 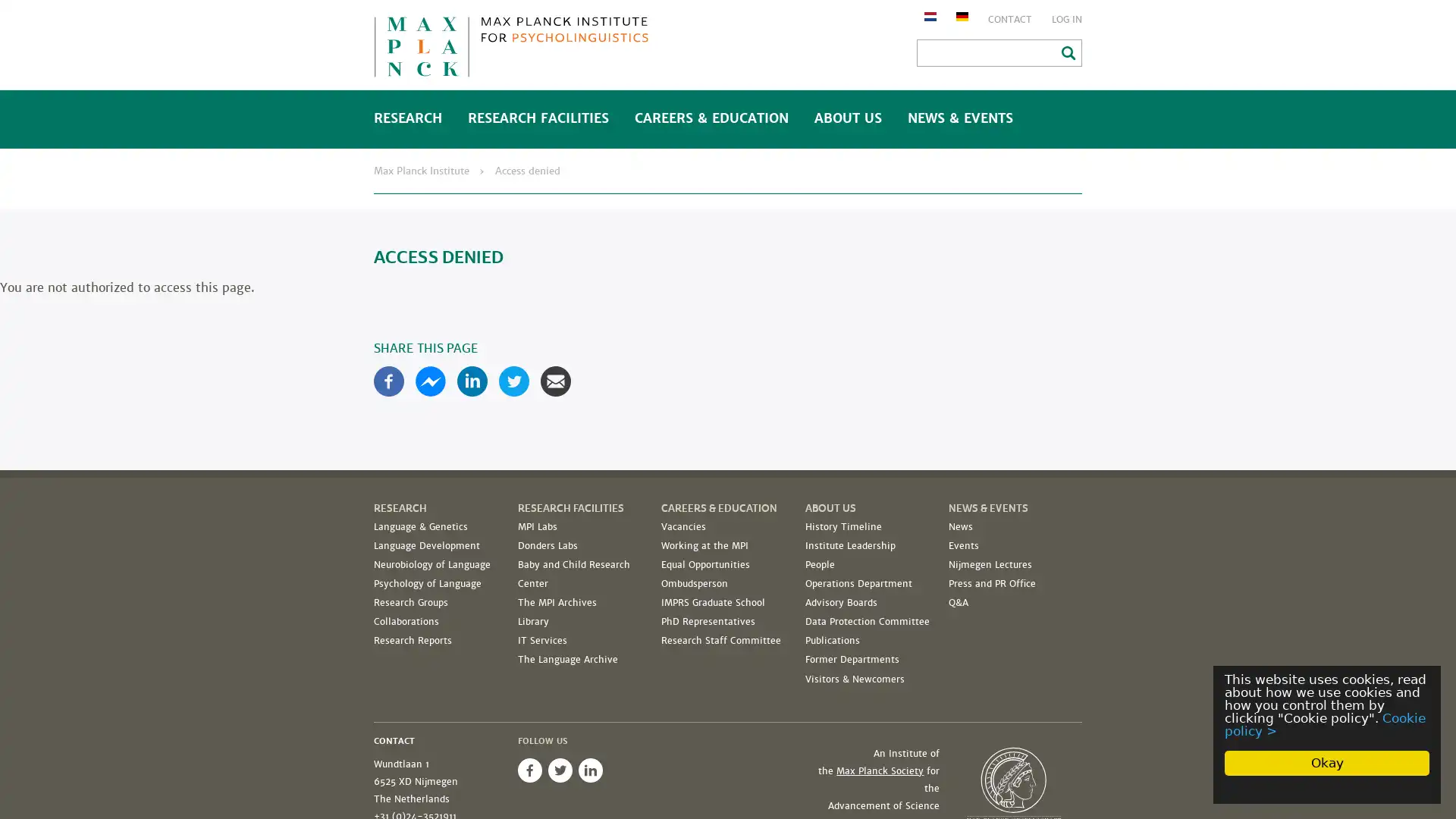 What do you see at coordinates (1065, 52) in the screenshot?
I see `Search` at bounding box center [1065, 52].